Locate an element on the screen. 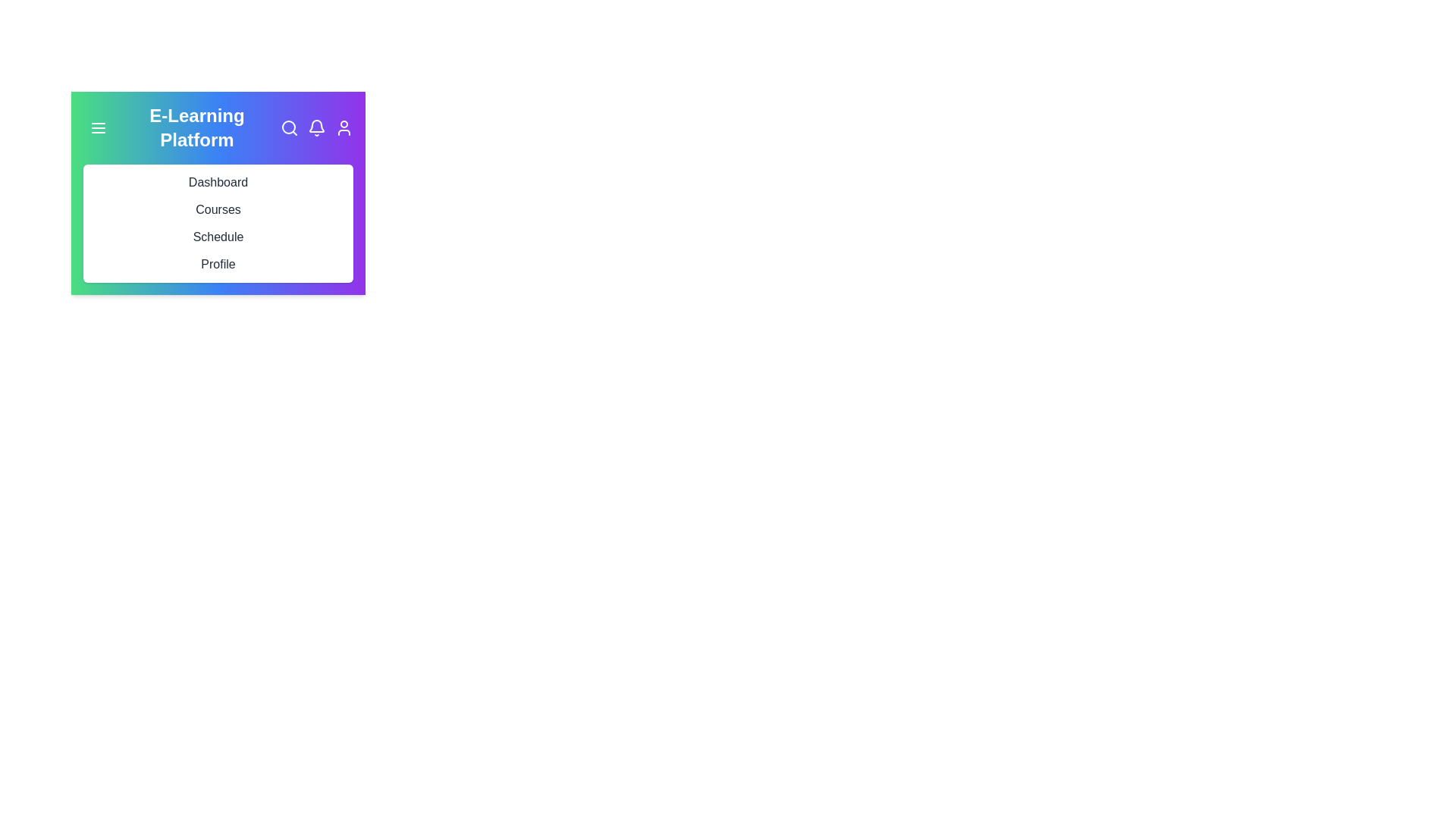 This screenshot has width=1456, height=819. the menu icon to toggle the side menu is located at coordinates (97, 127).